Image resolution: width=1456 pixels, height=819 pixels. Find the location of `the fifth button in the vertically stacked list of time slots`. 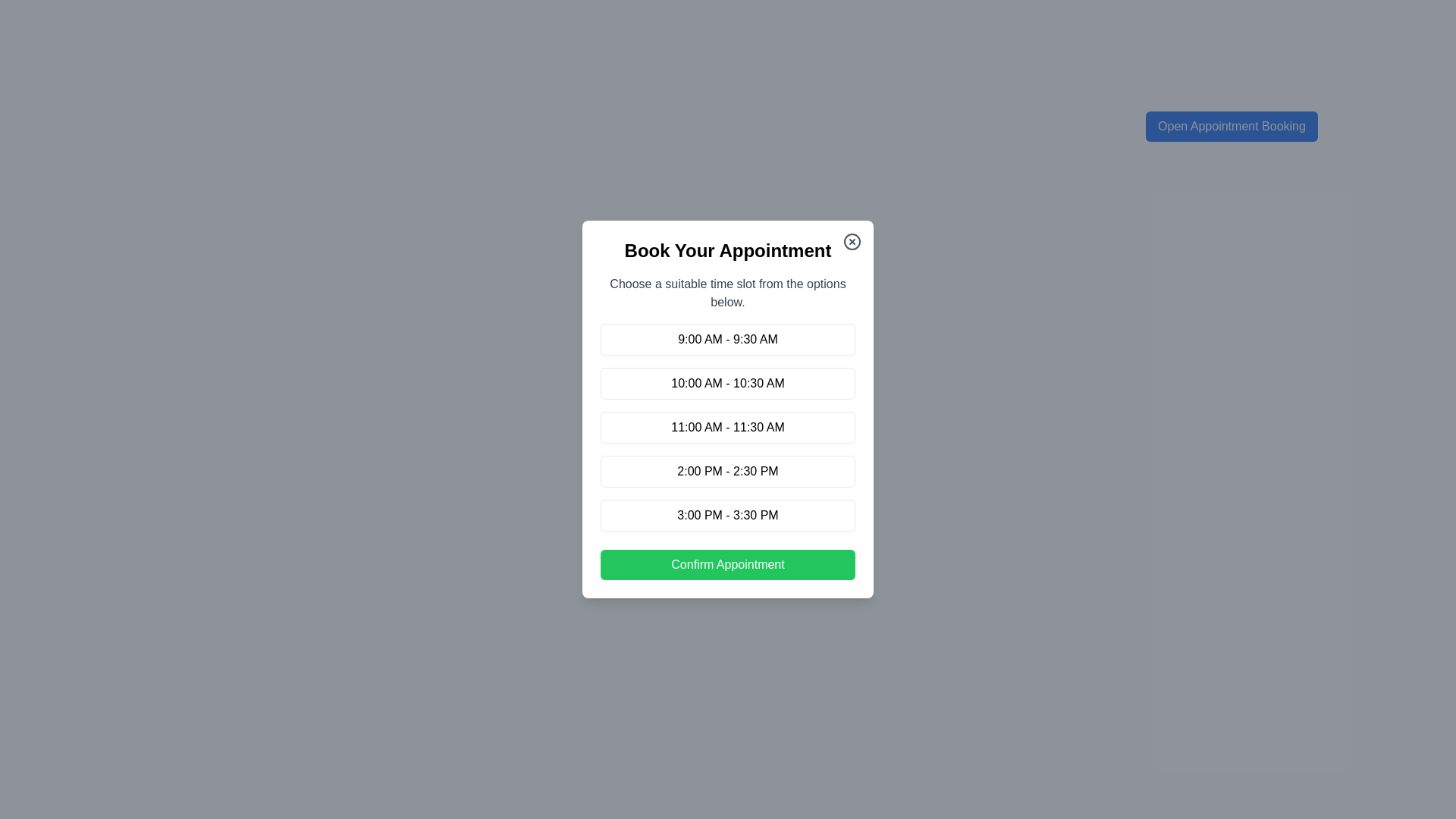

the fifth button in the vertically stacked list of time slots is located at coordinates (728, 514).